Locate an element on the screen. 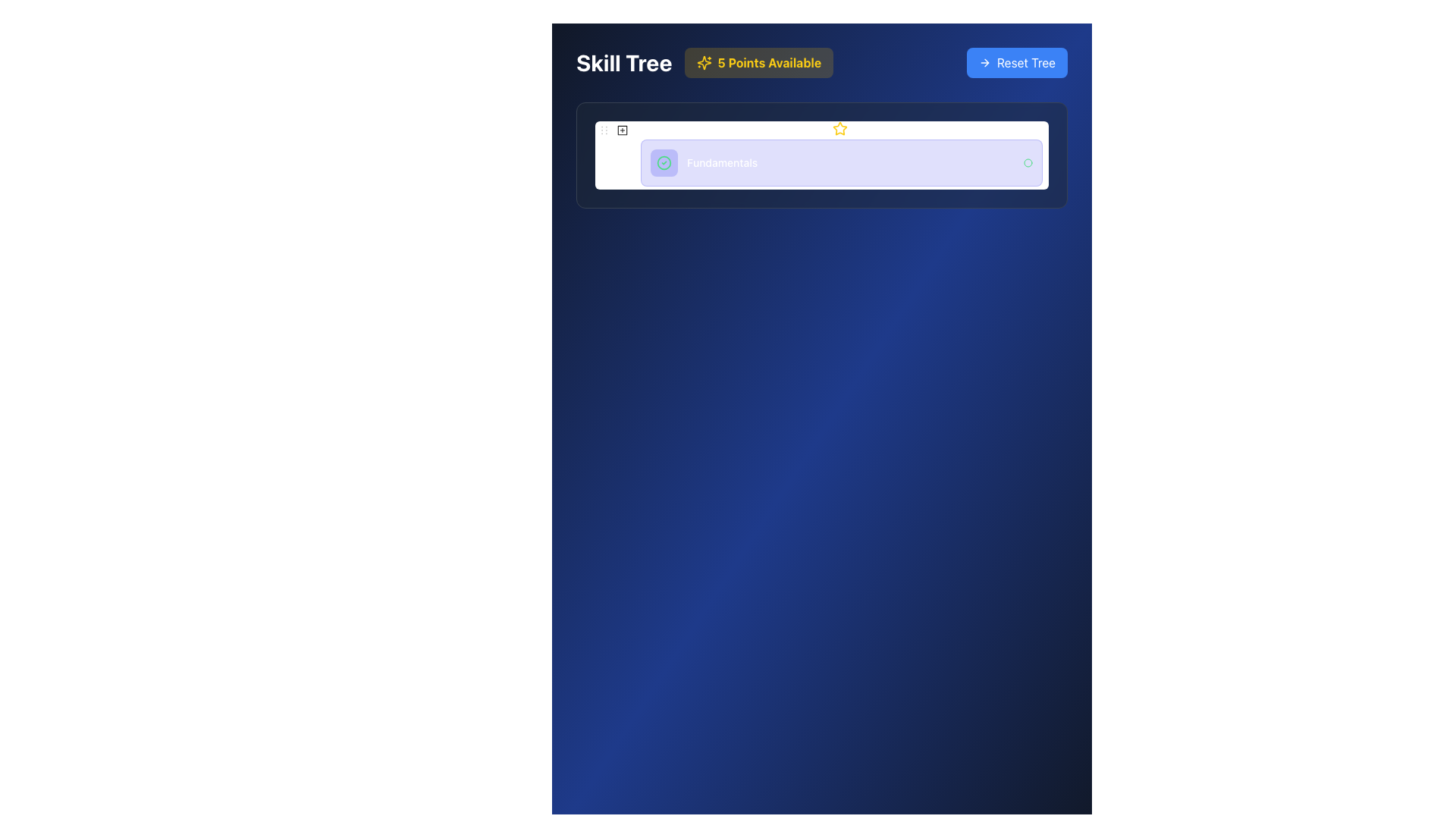 Image resolution: width=1456 pixels, height=819 pixels. the square outline with rounded corners that is part of the plus sign icon in the 'Skill Tree' interactive panel is located at coordinates (622, 130).